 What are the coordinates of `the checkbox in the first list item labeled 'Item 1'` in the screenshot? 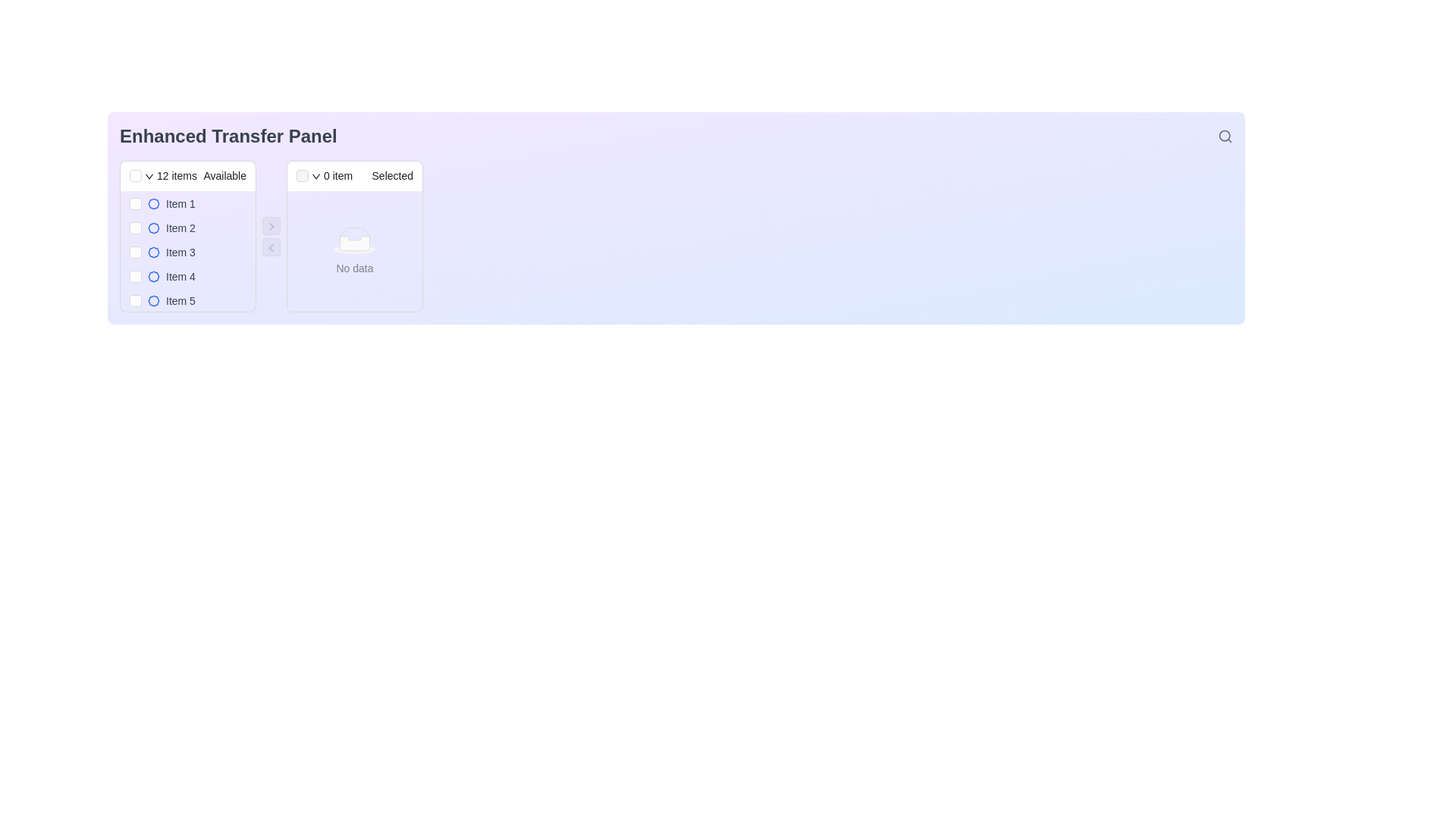 It's located at (187, 203).